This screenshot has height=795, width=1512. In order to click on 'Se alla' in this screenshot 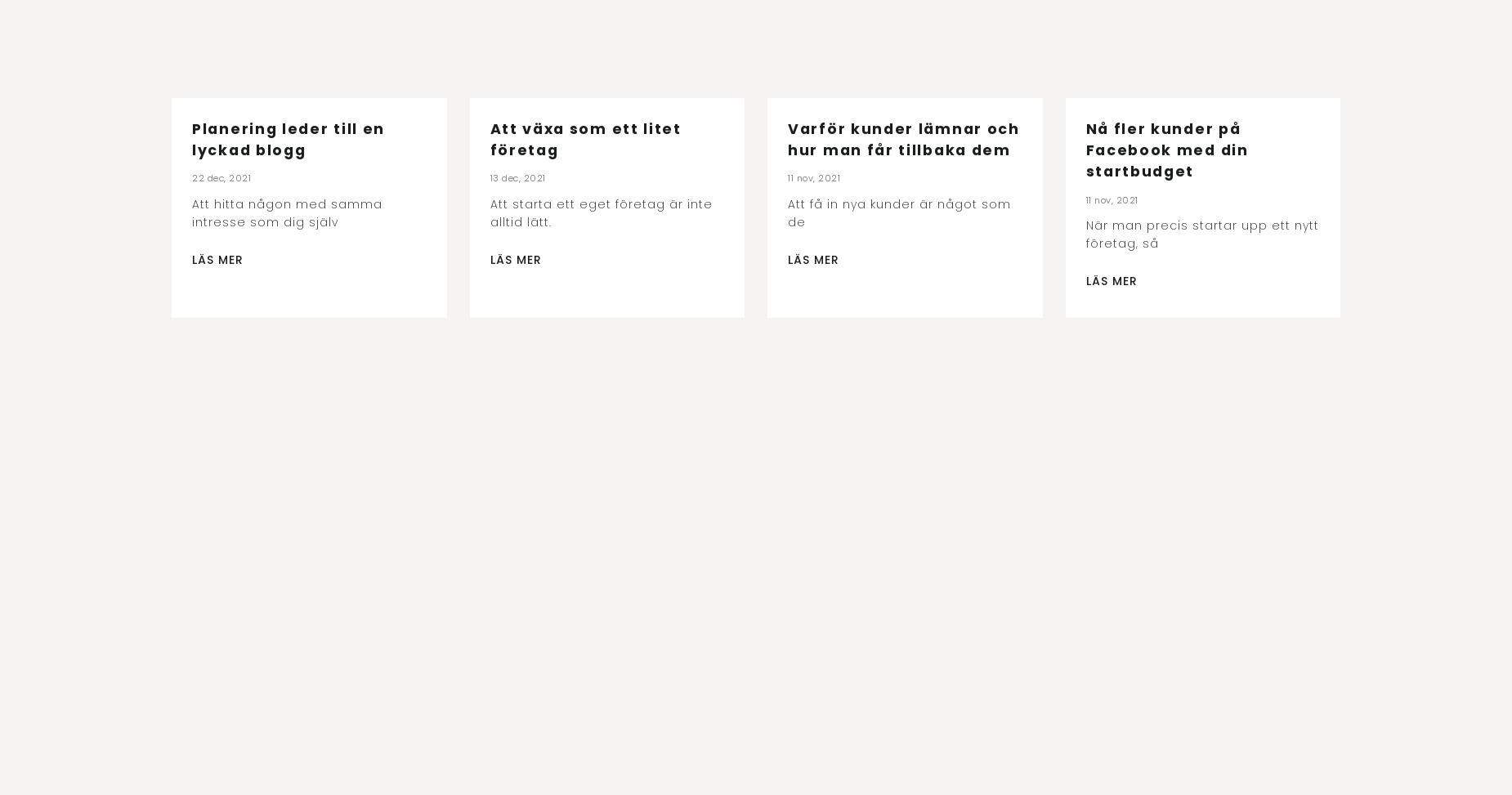, I will do `click(199, 42)`.